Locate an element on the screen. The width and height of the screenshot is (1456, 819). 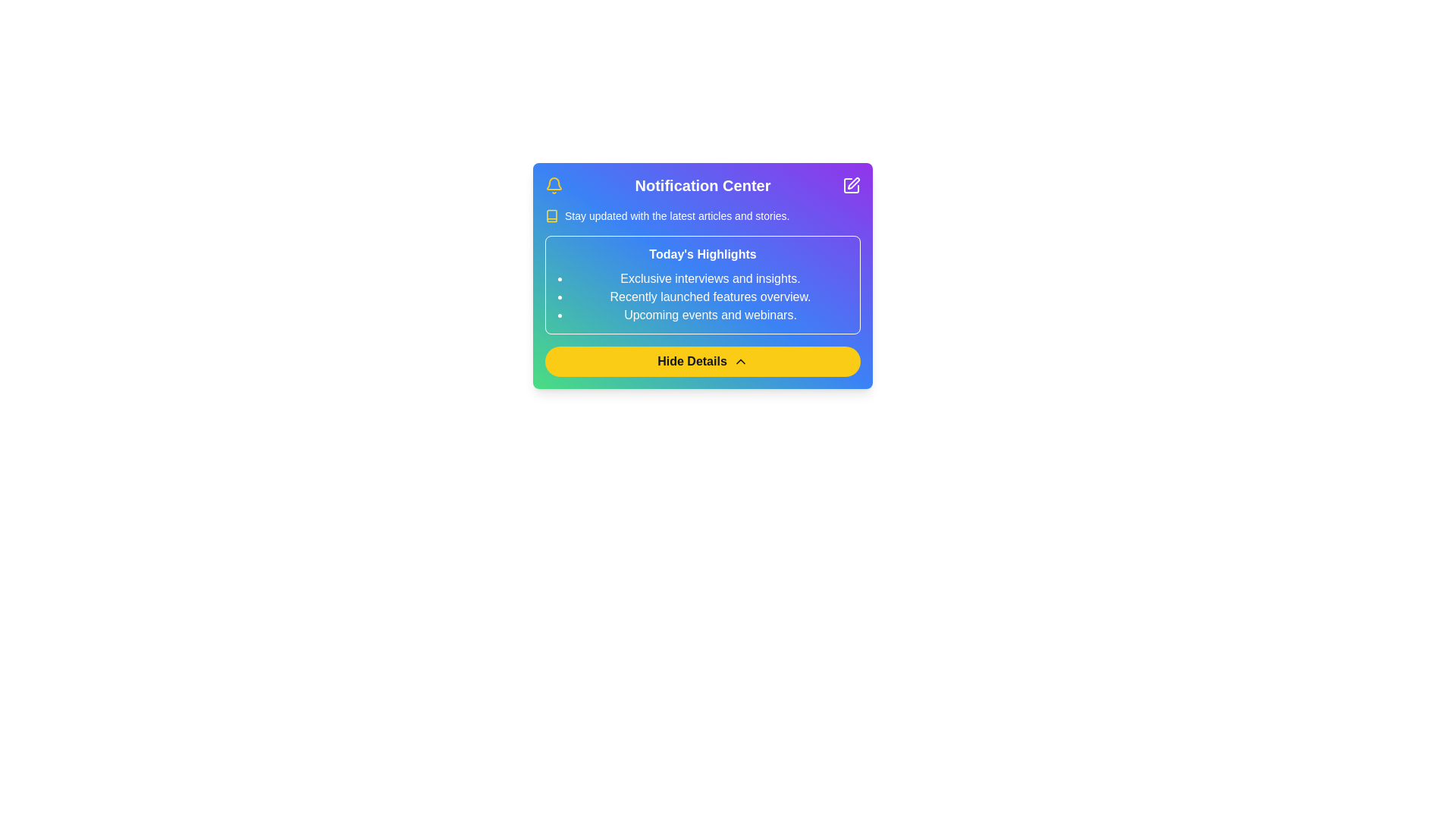
text content of the Header section titled 'Notification Center' located at the top of the card, which includes a yellow notification bell icon on the left and a white edit icon on the right is located at coordinates (701, 185).